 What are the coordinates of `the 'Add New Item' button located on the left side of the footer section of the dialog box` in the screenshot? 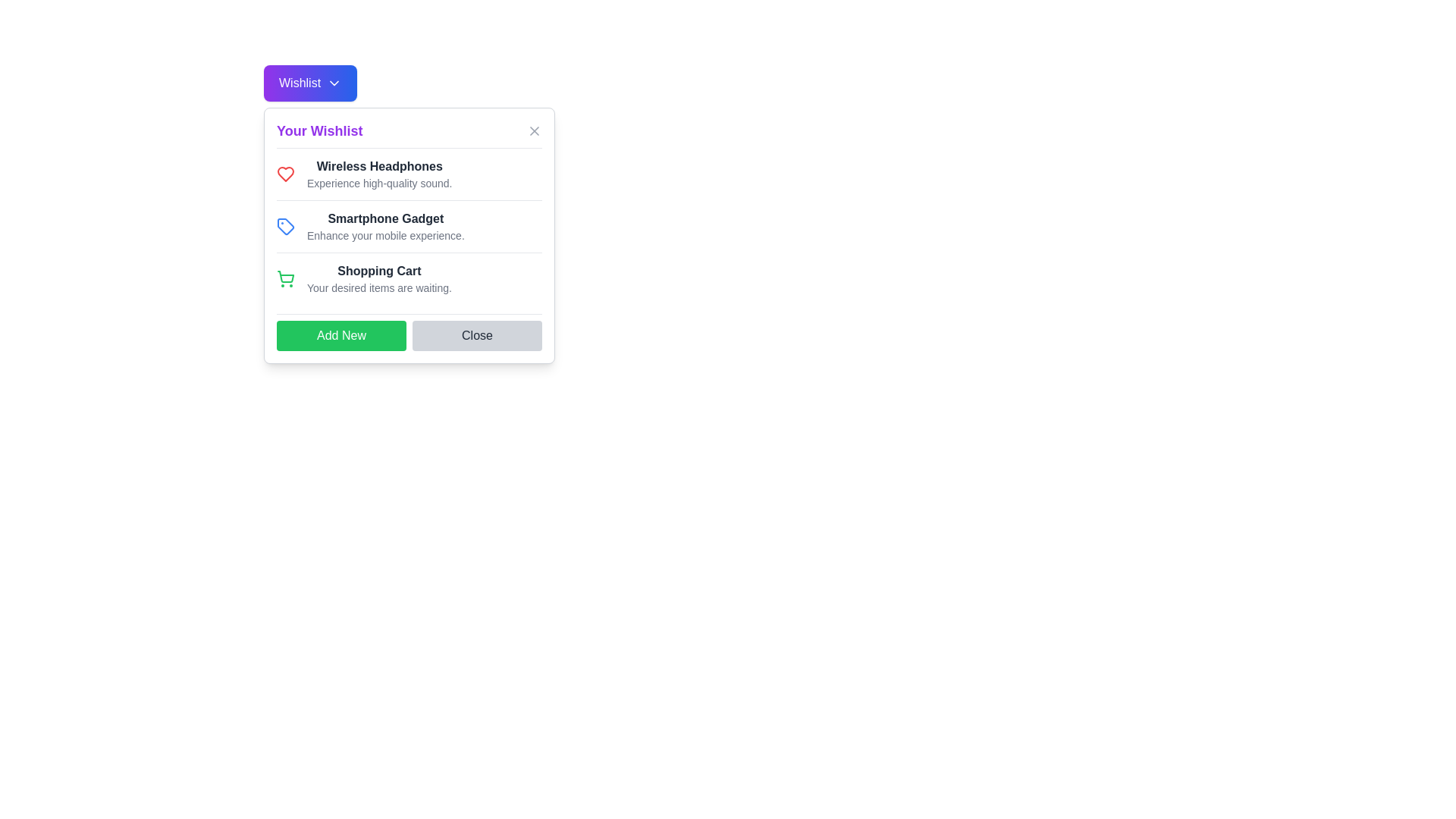 It's located at (340, 335).